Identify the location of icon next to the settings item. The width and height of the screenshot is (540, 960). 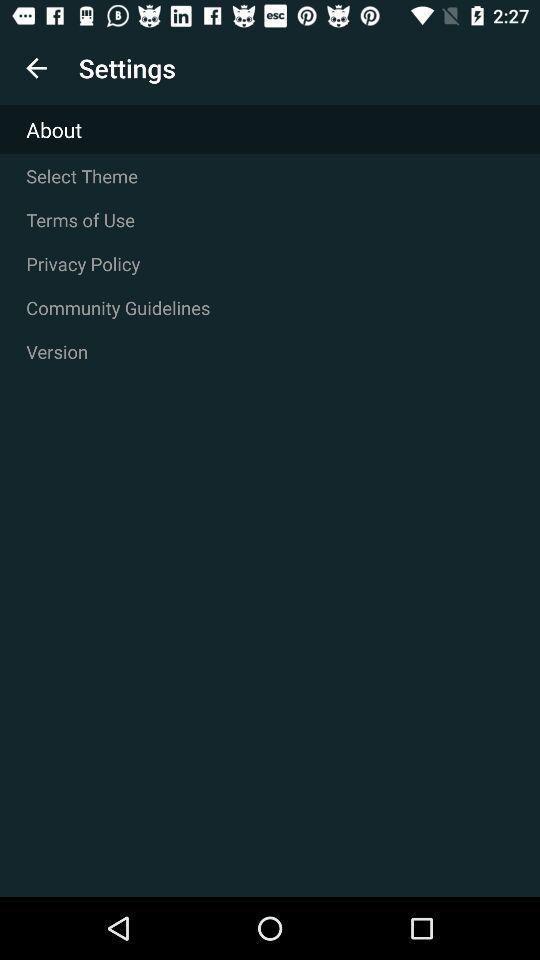
(36, 68).